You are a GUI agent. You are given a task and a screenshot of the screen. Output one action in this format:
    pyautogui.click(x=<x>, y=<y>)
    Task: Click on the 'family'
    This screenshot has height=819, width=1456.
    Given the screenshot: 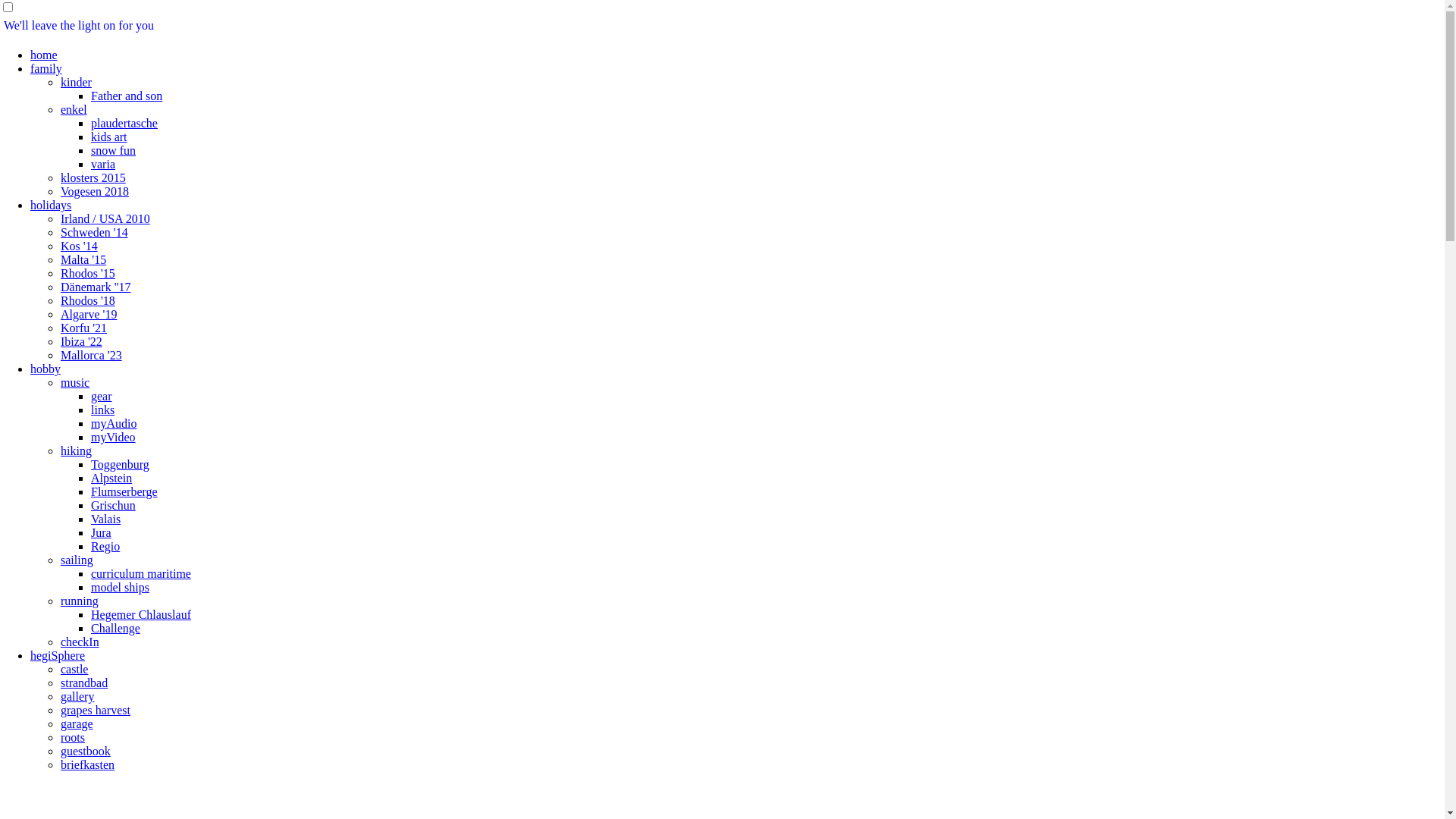 What is the action you would take?
    pyautogui.click(x=46, y=68)
    